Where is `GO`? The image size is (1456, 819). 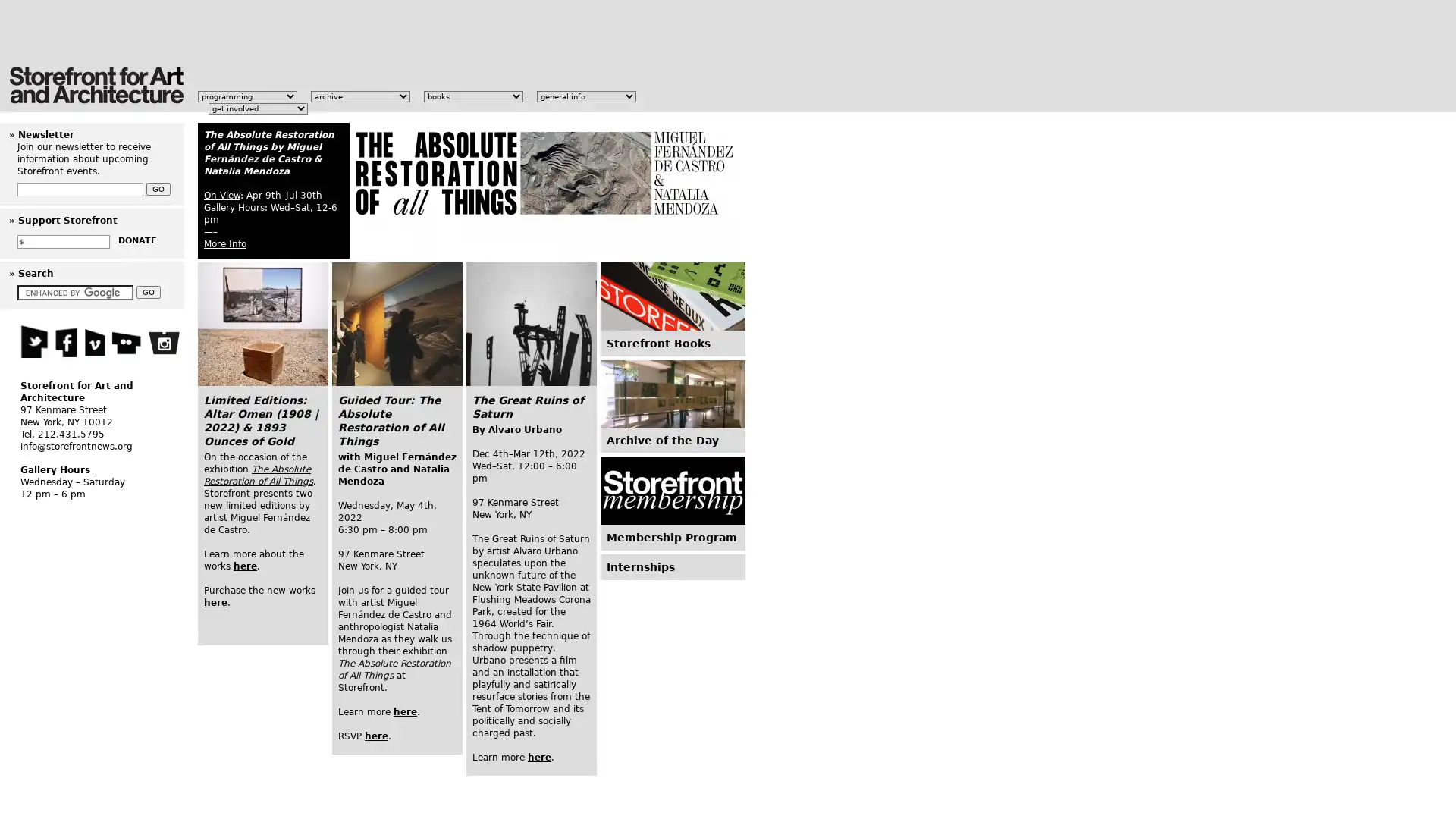 GO is located at coordinates (158, 188).